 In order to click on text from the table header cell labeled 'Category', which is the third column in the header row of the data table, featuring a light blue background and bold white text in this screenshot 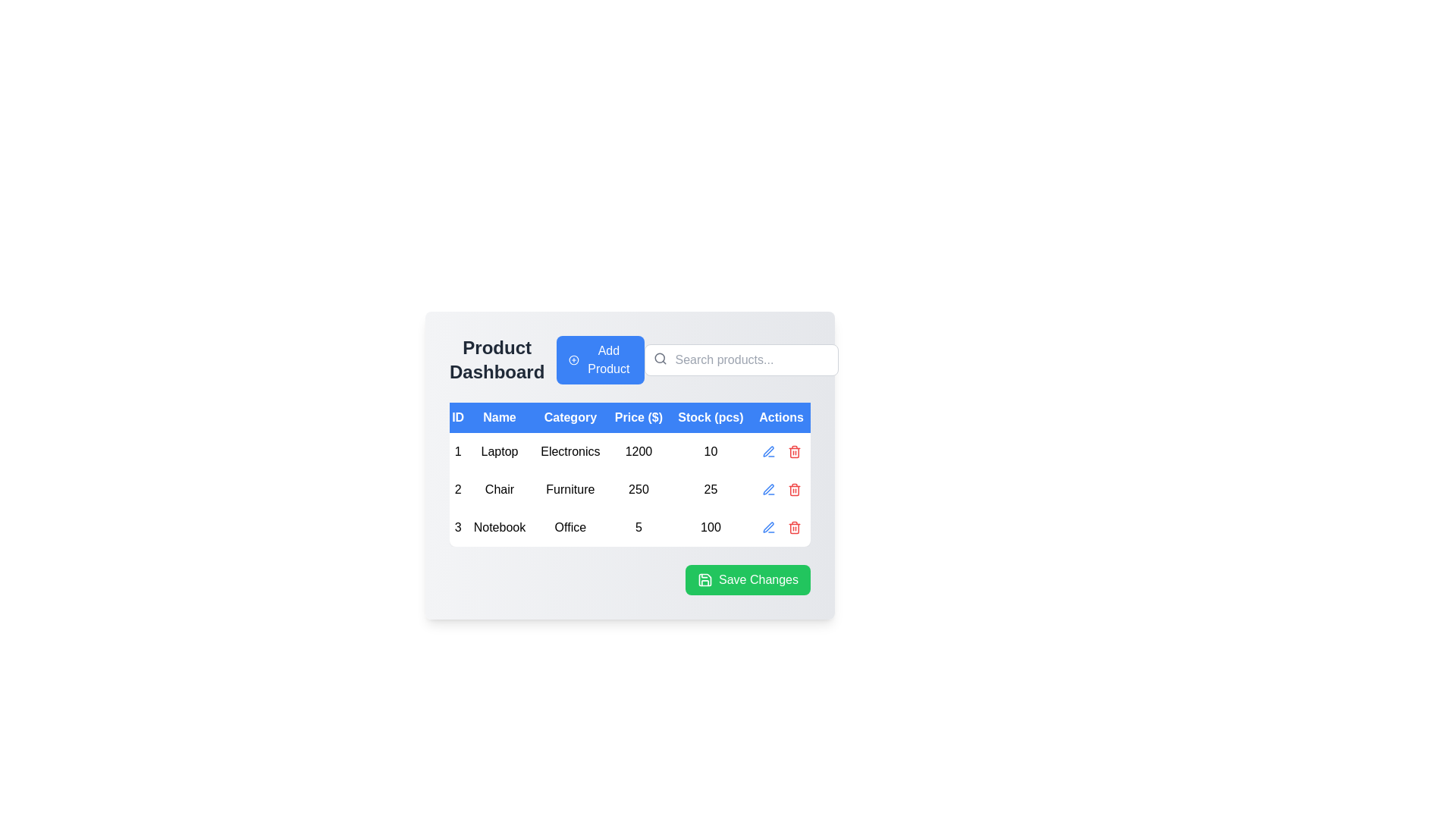, I will do `click(570, 418)`.